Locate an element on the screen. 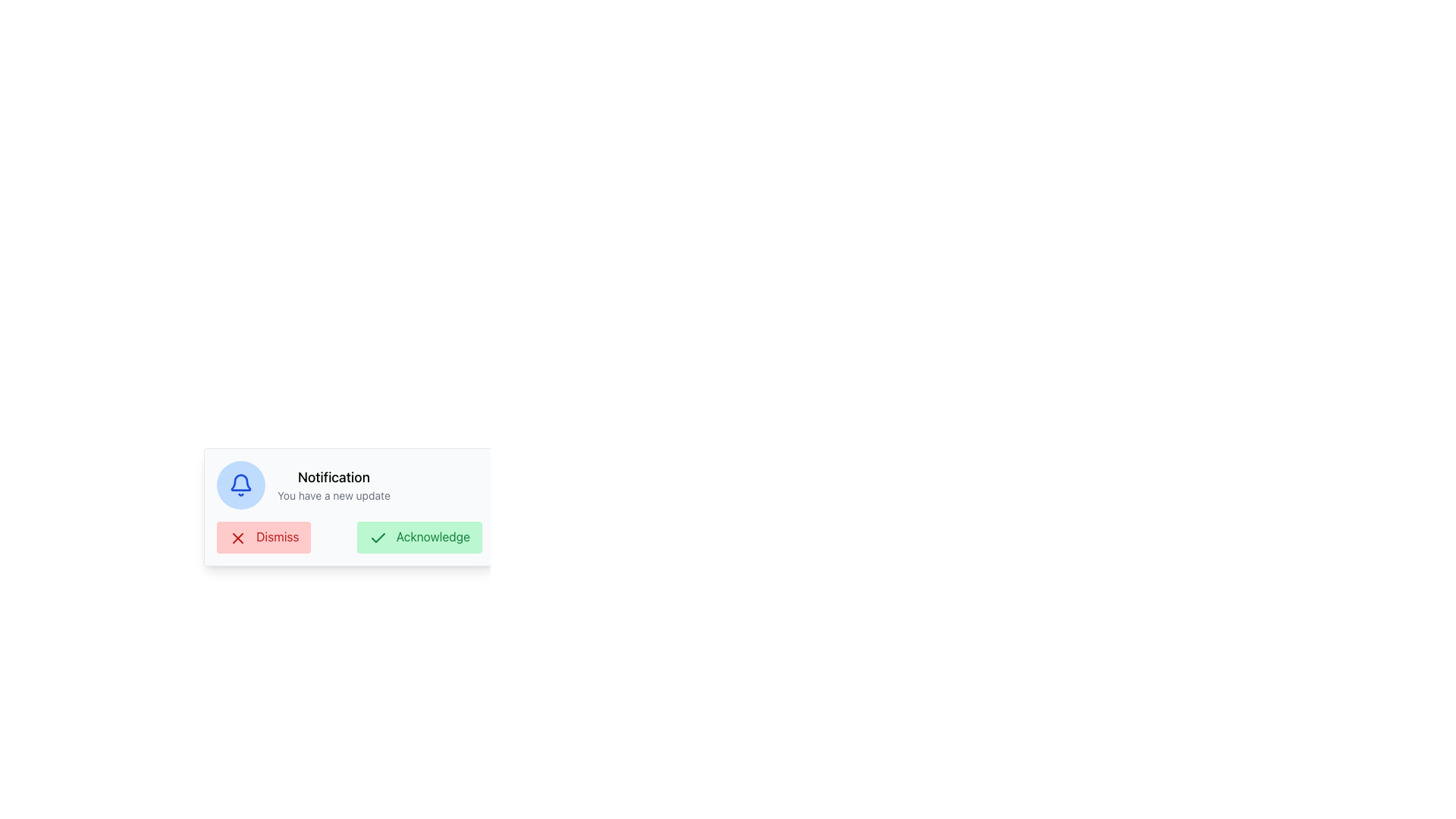 The height and width of the screenshot is (819, 1456). the notification icon, which is a circular blue background area located to the left of the text 'Notification' is located at coordinates (240, 485).